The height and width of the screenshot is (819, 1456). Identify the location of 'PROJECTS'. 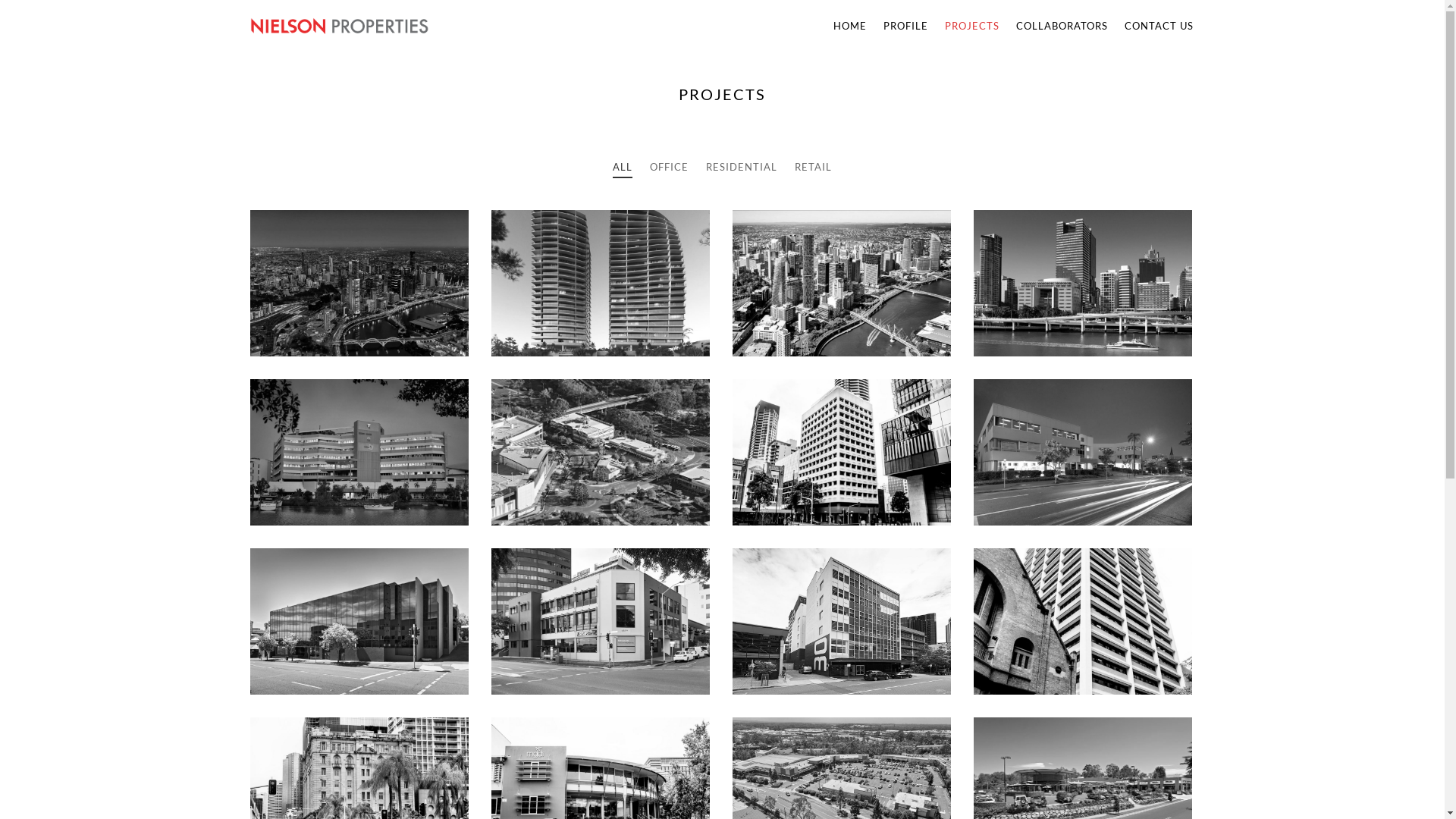
(971, 26).